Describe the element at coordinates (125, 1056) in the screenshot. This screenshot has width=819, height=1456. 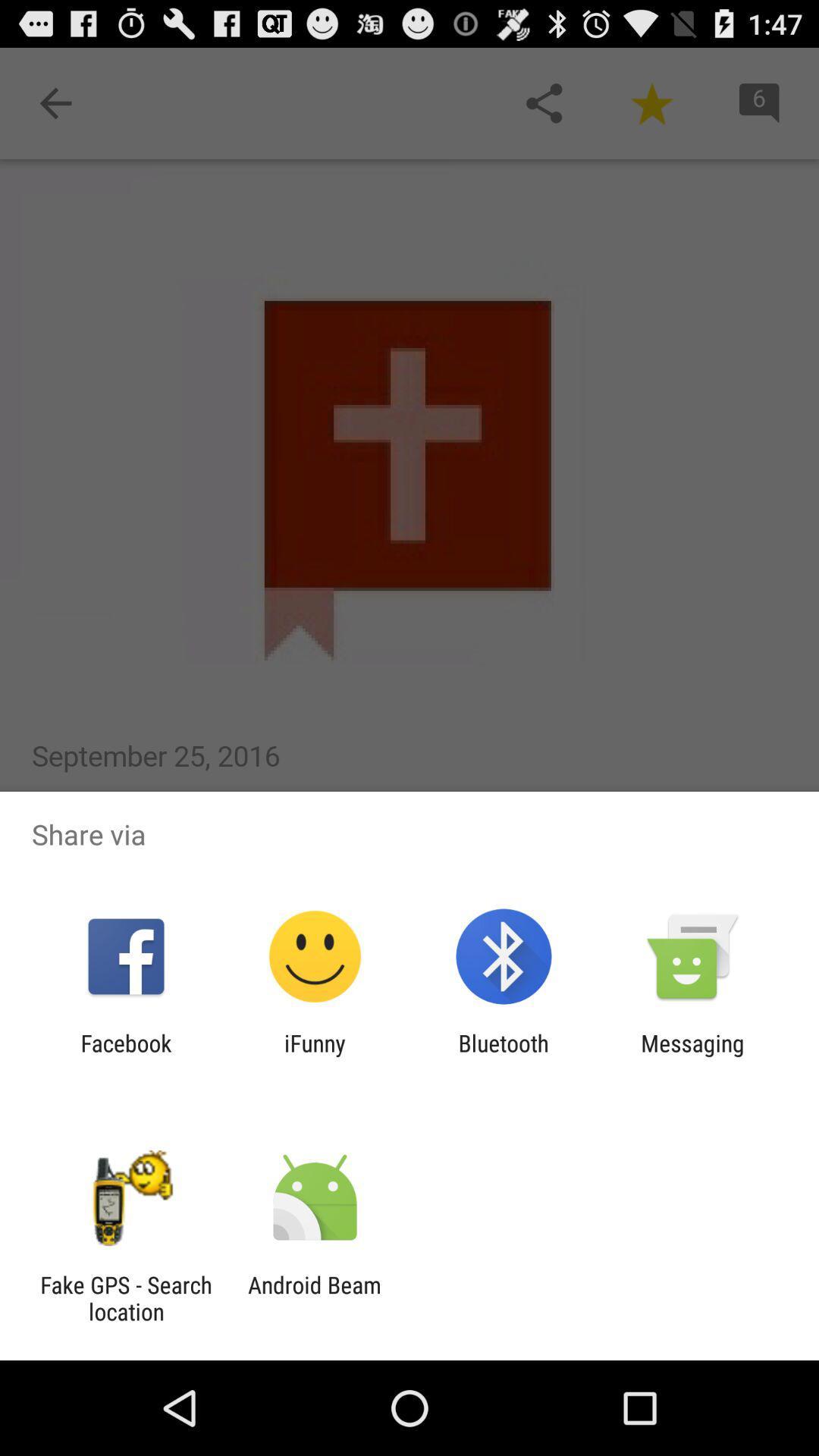
I see `facebook icon` at that location.